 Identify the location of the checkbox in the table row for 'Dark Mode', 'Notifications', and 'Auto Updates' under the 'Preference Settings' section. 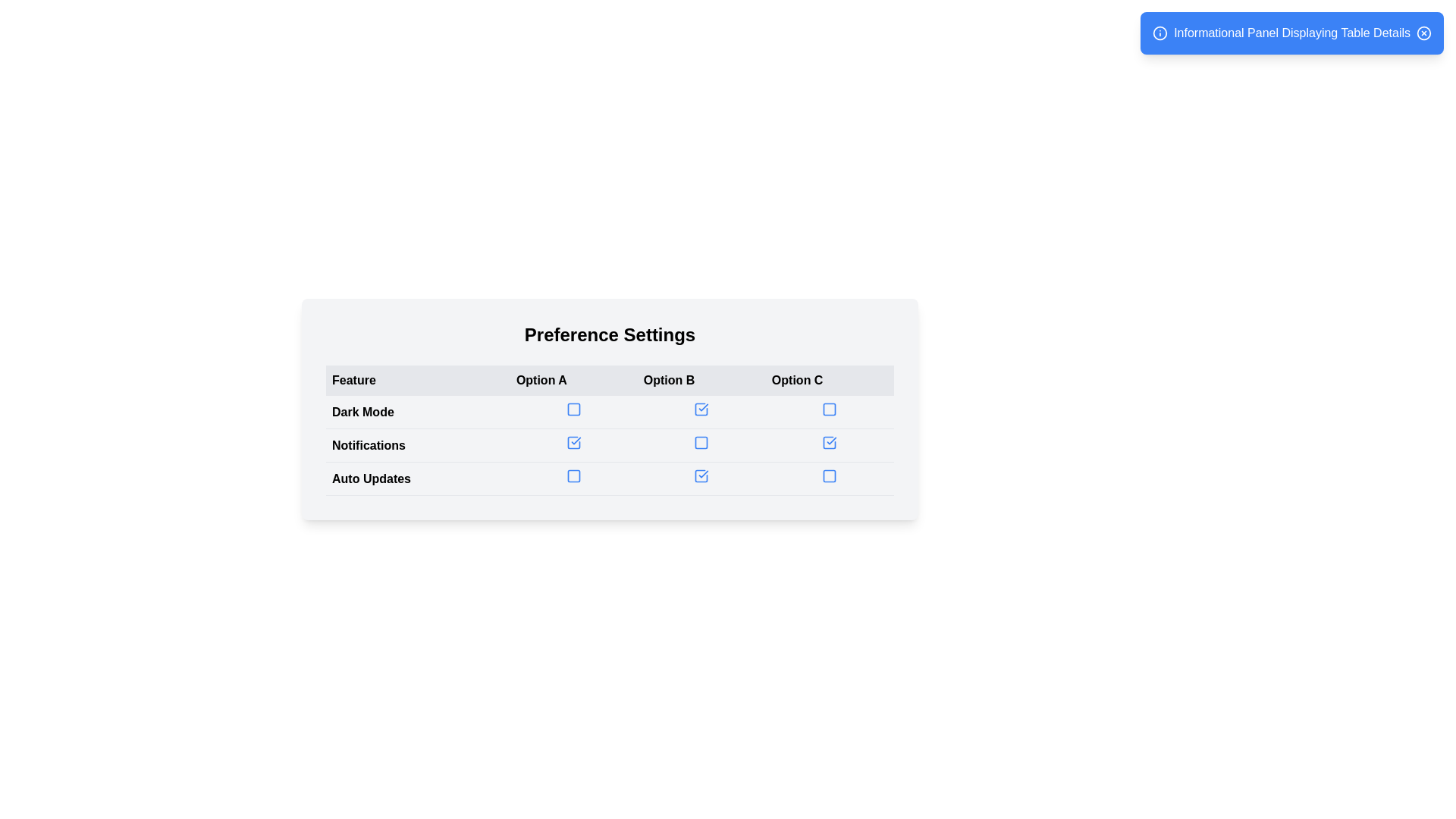
(610, 444).